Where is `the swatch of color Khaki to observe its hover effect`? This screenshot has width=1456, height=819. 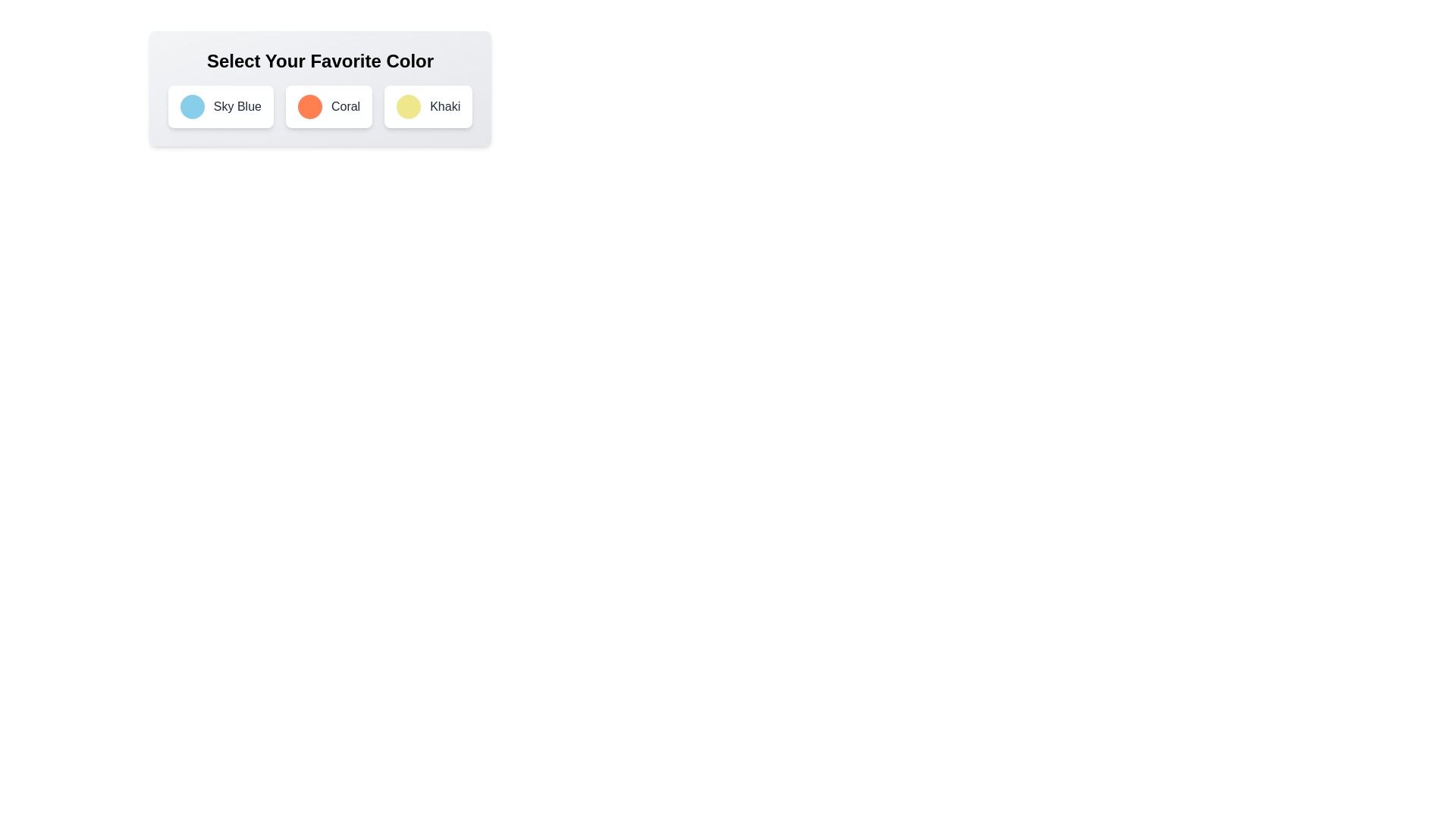 the swatch of color Khaki to observe its hover effect is located at coordinates (409, 106).